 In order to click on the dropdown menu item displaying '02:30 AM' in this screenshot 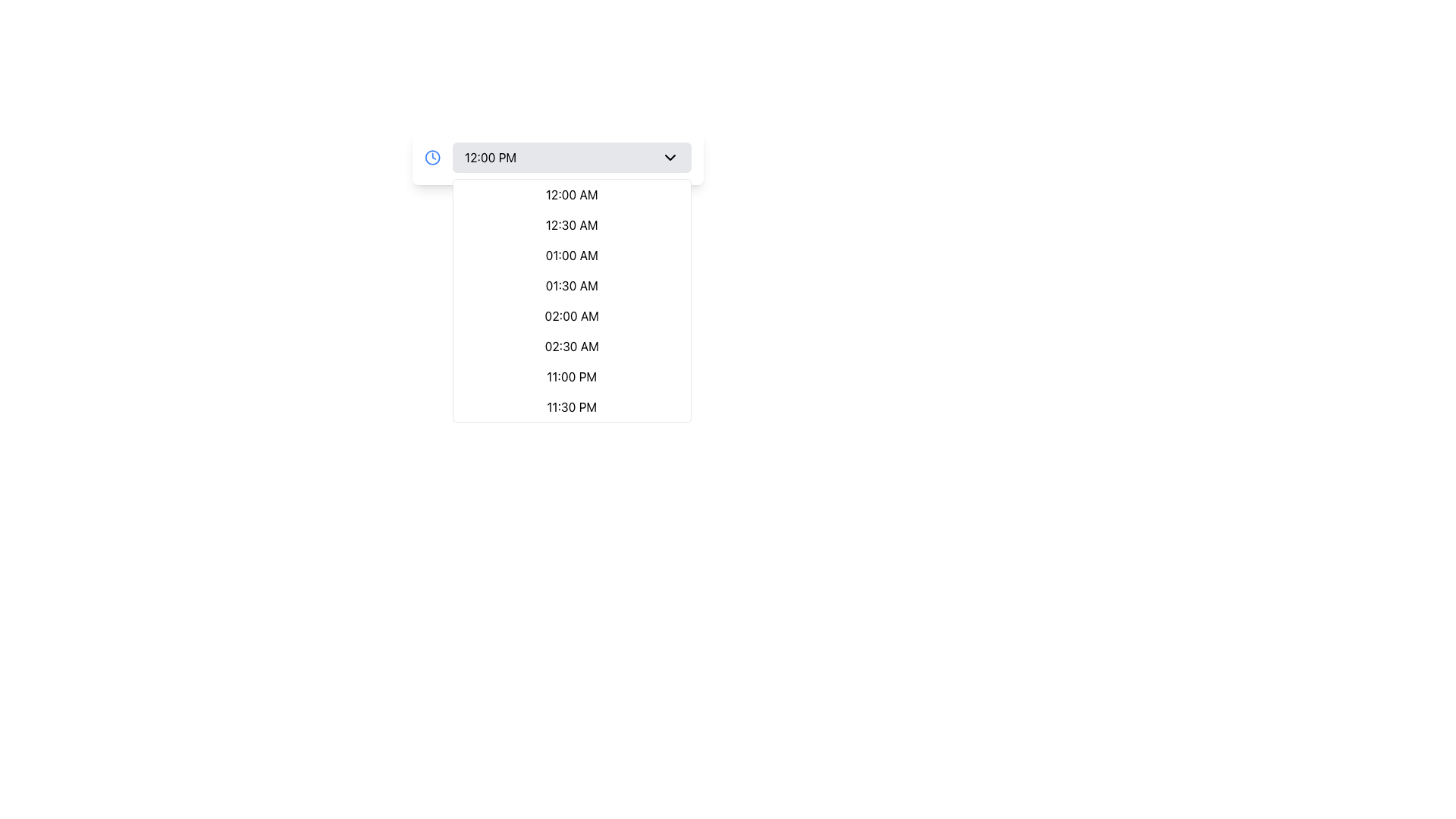, I will do `click(571, 346)`.